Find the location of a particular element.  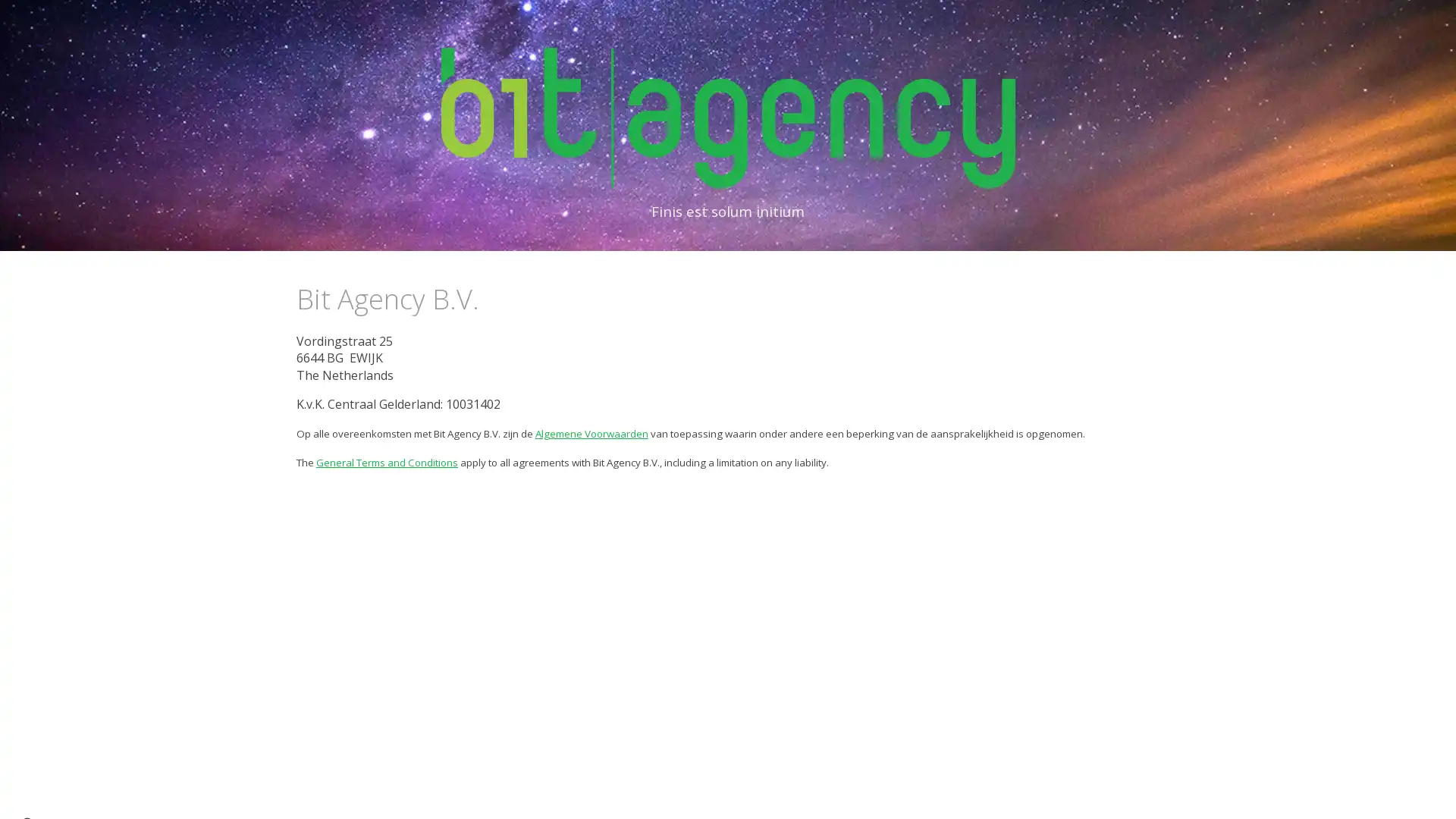

Report abuse is located at coordinates (118, 792).